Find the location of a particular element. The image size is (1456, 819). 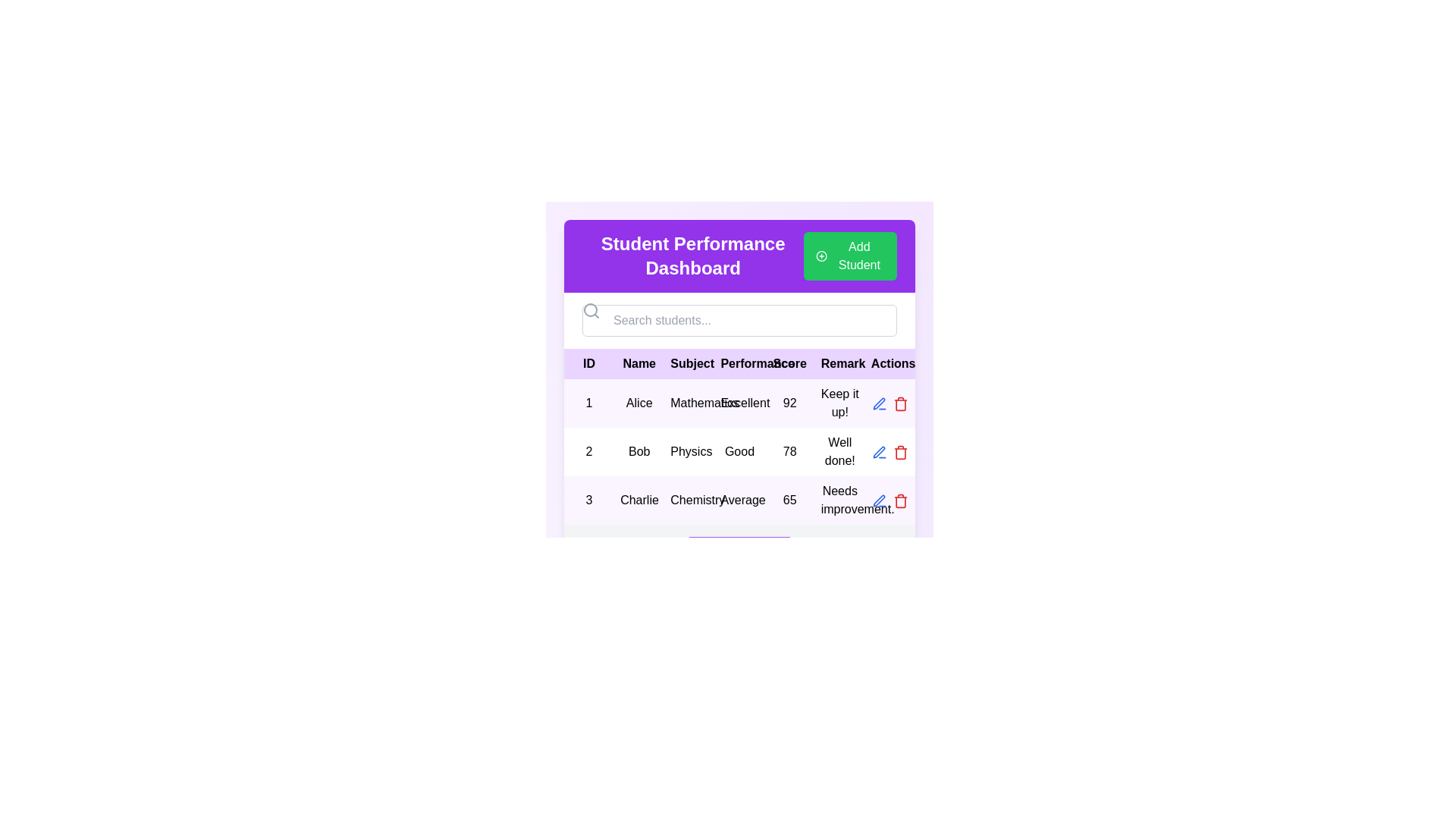

the red trash bin icon in the interactive group is located at coordinates (890, 403).